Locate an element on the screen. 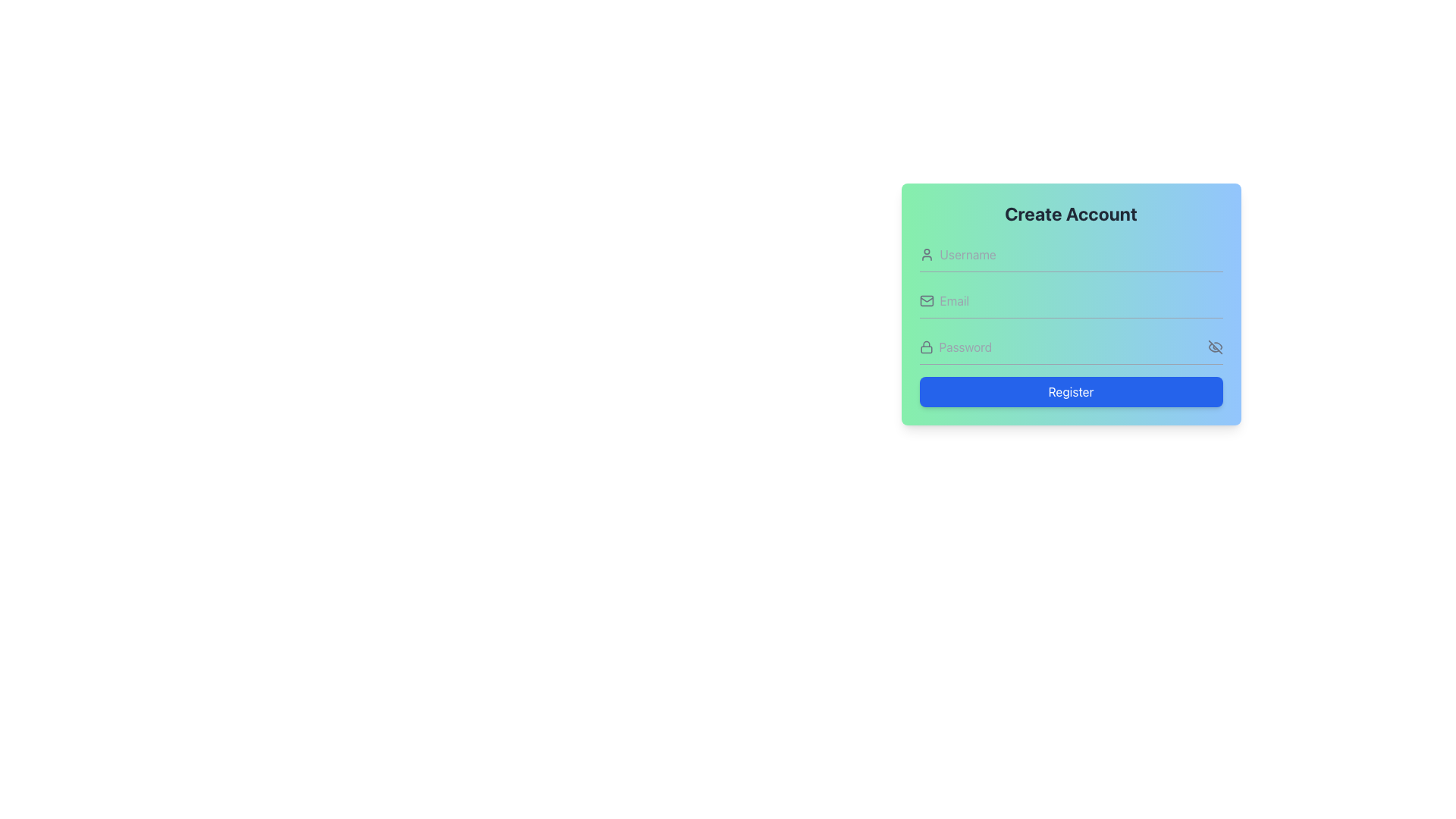  the 'Register' button, which is a rectangular button with white text on a blue background, located at the bottom of the registration form is located at coordinates (1070, 391).